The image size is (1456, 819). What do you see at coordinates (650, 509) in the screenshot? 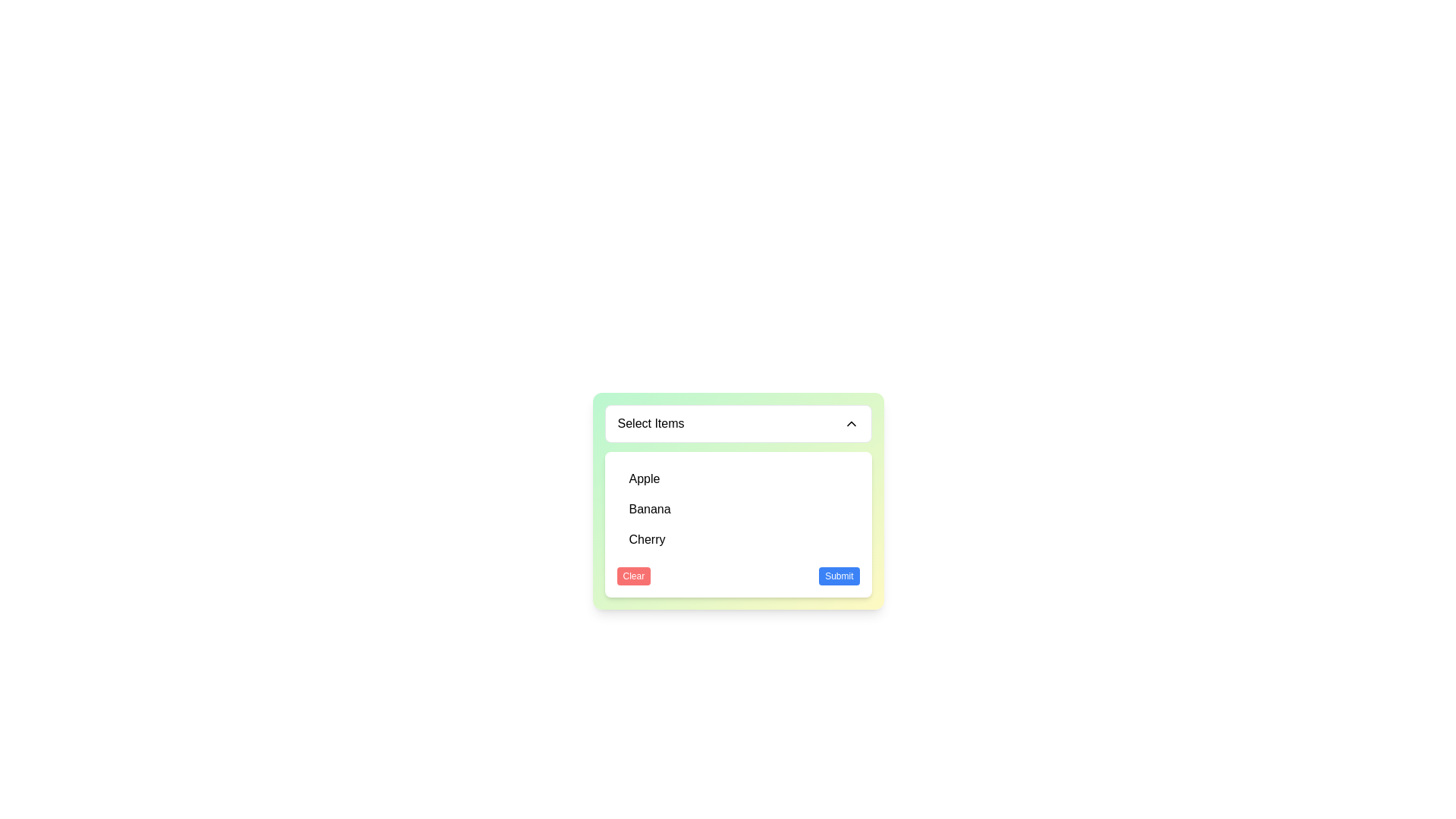
I see `the second option in the dropdown menu, which is a non-interactive Text Label displaying the name of the option, located below 'Apple' and above 'Cherry'` at bounding box center [650, 509].